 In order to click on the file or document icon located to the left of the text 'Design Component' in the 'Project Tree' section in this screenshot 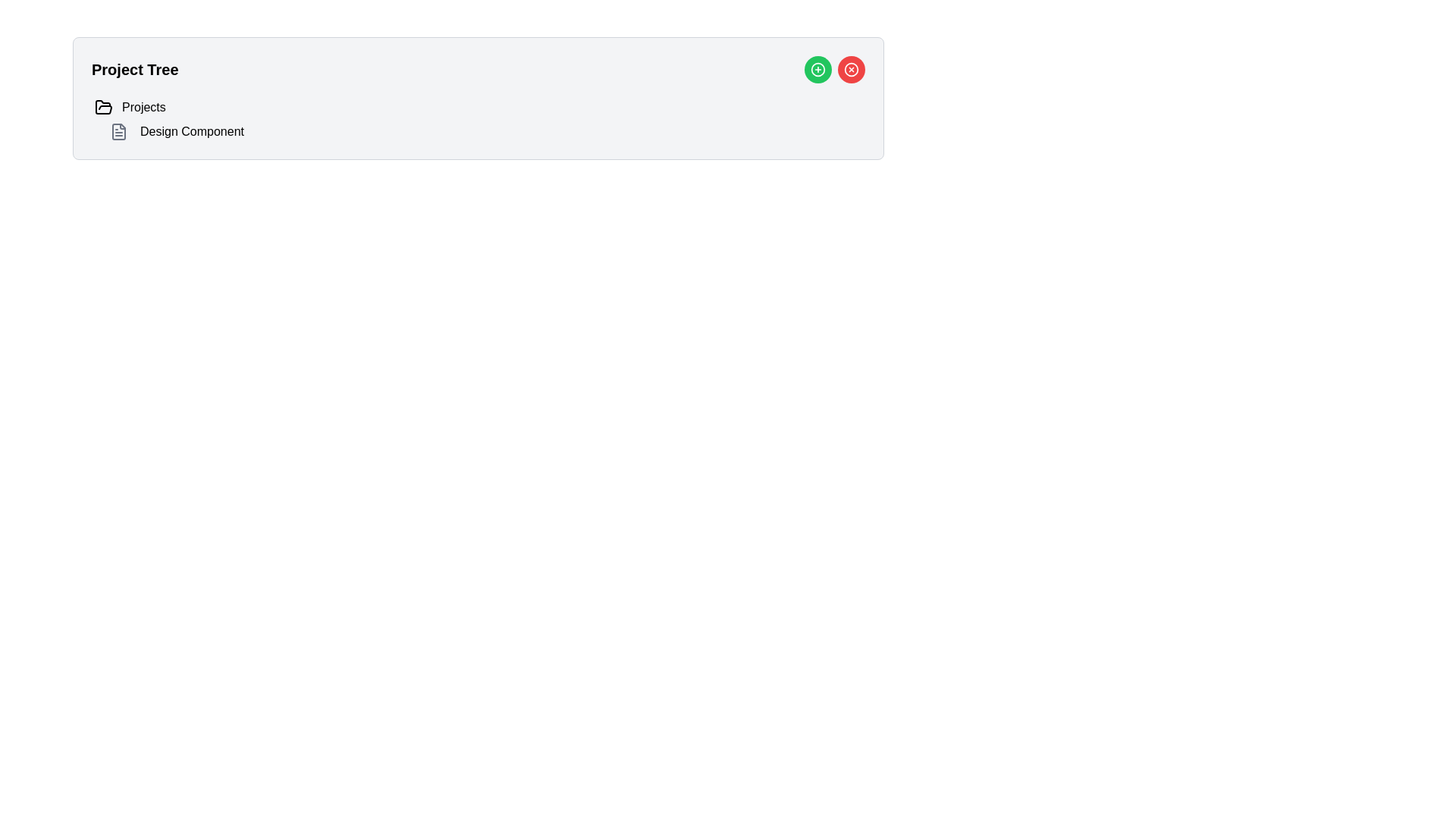, I will do `click(118, 130)`.